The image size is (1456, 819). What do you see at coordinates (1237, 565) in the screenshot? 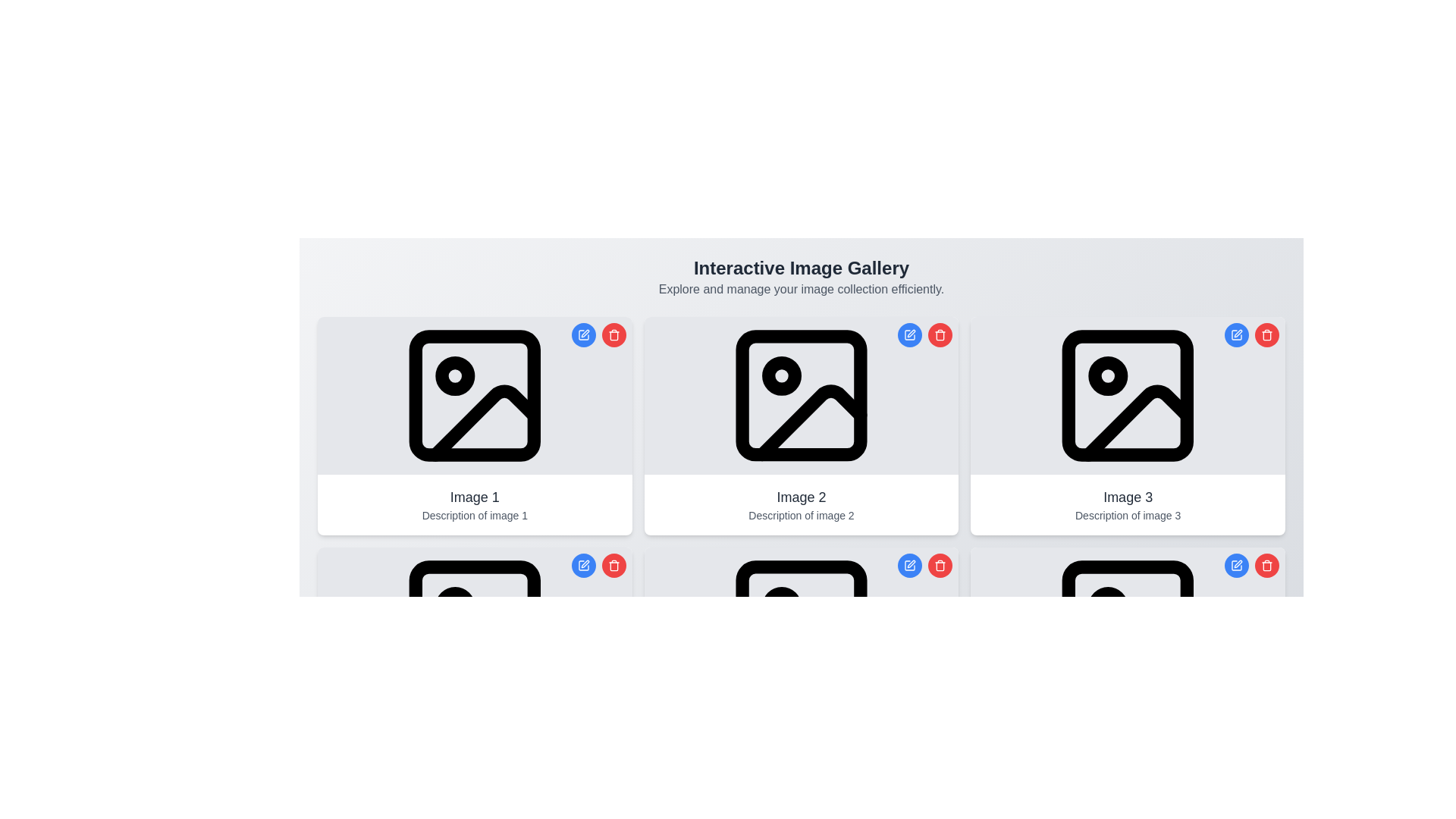
I see `the icon in the top-right corner of the card labeled 'Image 3', which denotes an action related to editing or customizing the associated image or card content` at bounding box center [1237, 565].